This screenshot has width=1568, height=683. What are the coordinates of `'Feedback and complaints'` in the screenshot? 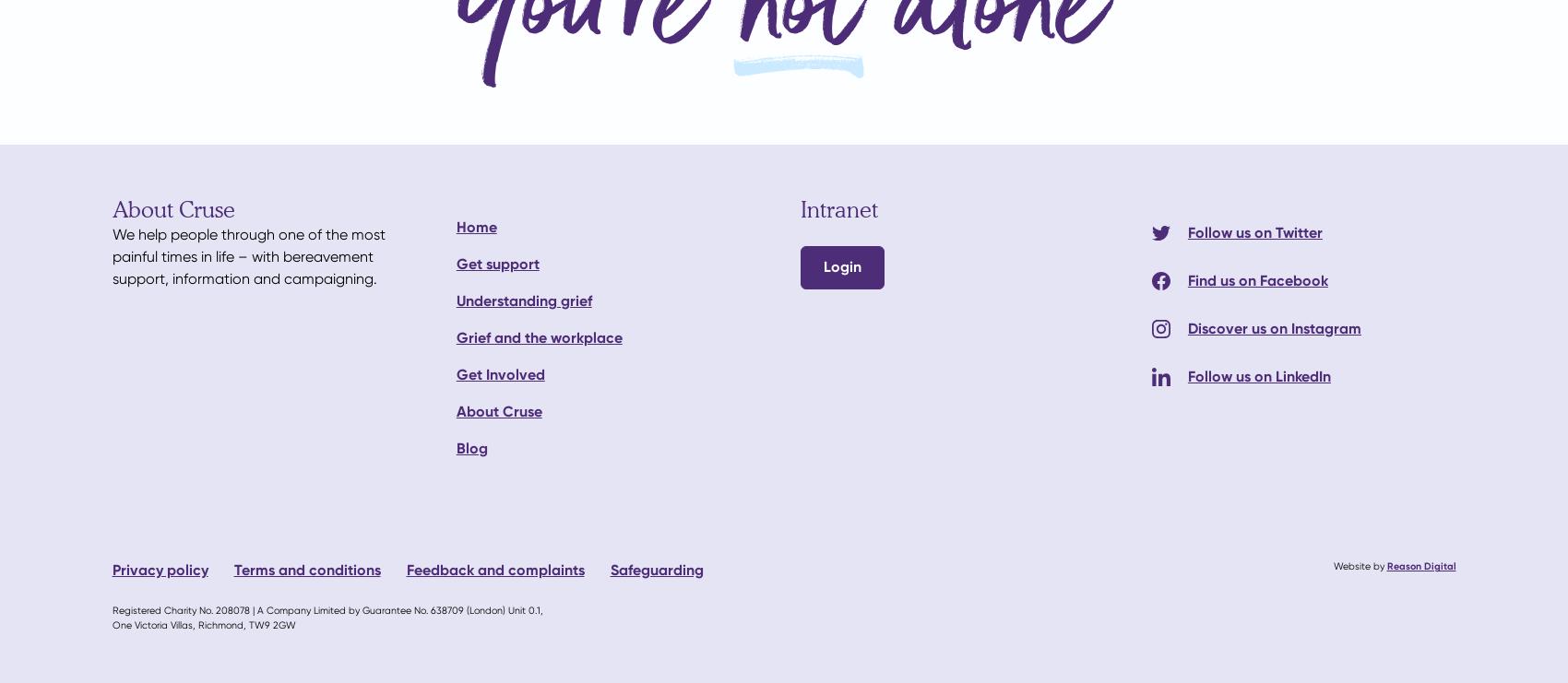 It's located at (405, 570).